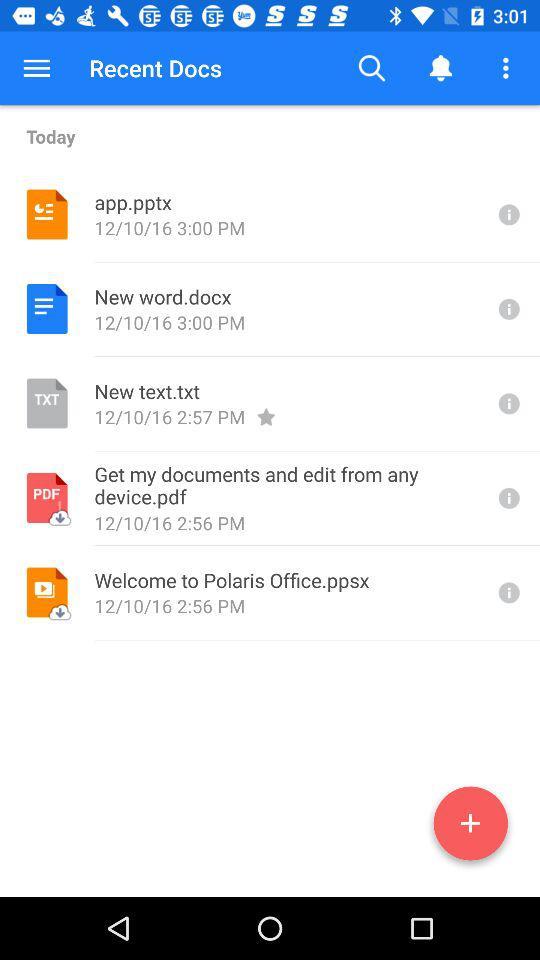 This screenshot has width=540, height=960. What do you see at coordinates (507, 214) in the screenshot?
I see `extra information of file` at bounding box center [507, 214].